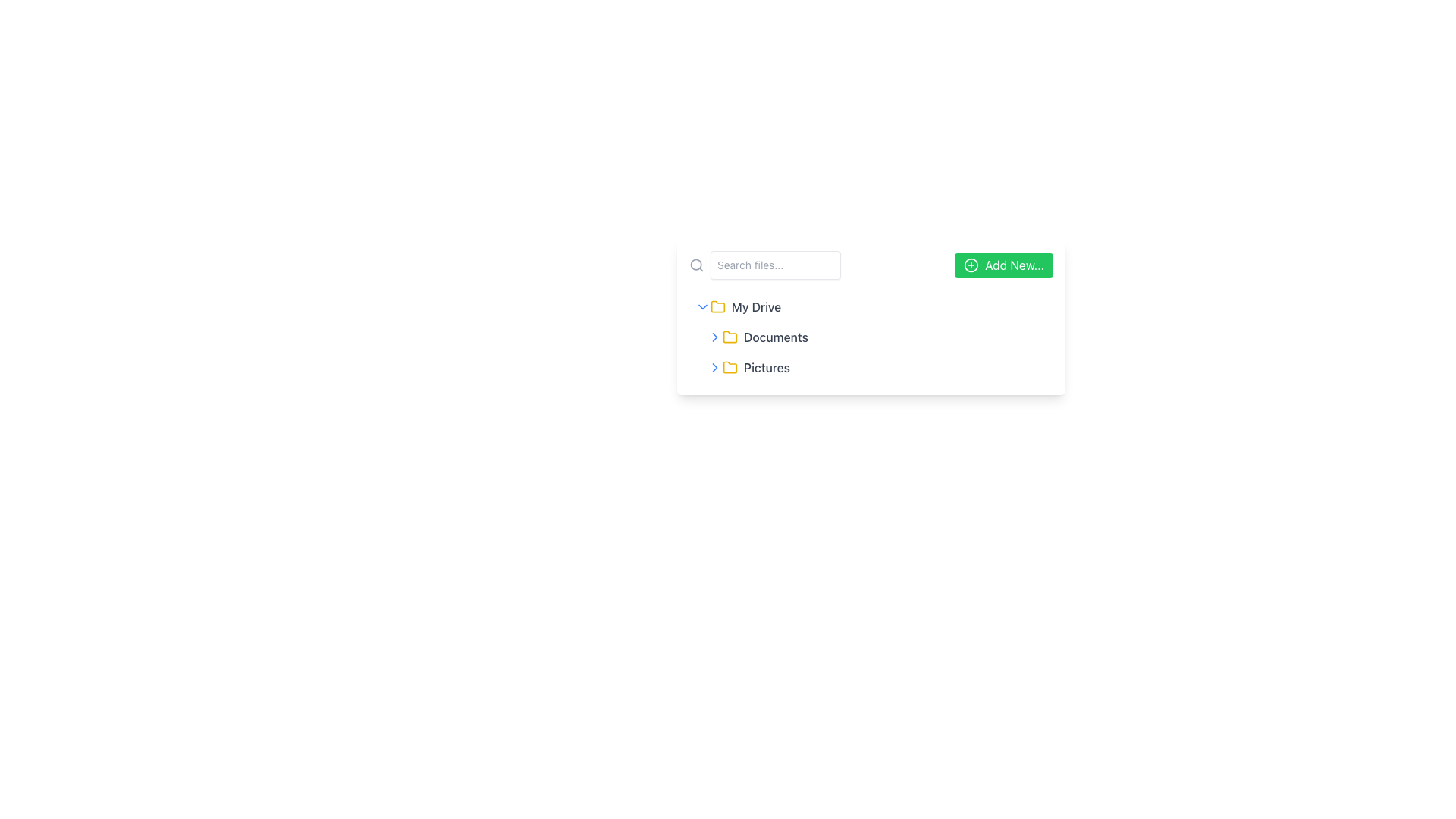 This screenshot has height=819, width=1456. What do you see at coordinates (776, 336) in the screenshot?
I see `the text label representing the folder name, which is part of a dropdown or file tree structure` at bounding box center [776, 336].